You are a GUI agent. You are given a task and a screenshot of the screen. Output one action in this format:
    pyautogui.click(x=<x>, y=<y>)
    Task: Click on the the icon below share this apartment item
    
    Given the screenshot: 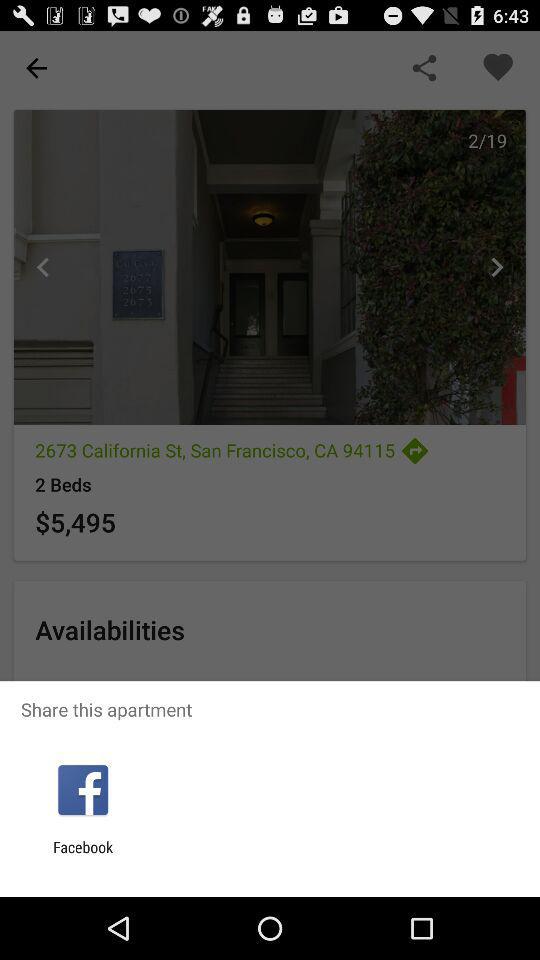 What is the action you would take?
    pyautogui.click(x=82, y=790)
    